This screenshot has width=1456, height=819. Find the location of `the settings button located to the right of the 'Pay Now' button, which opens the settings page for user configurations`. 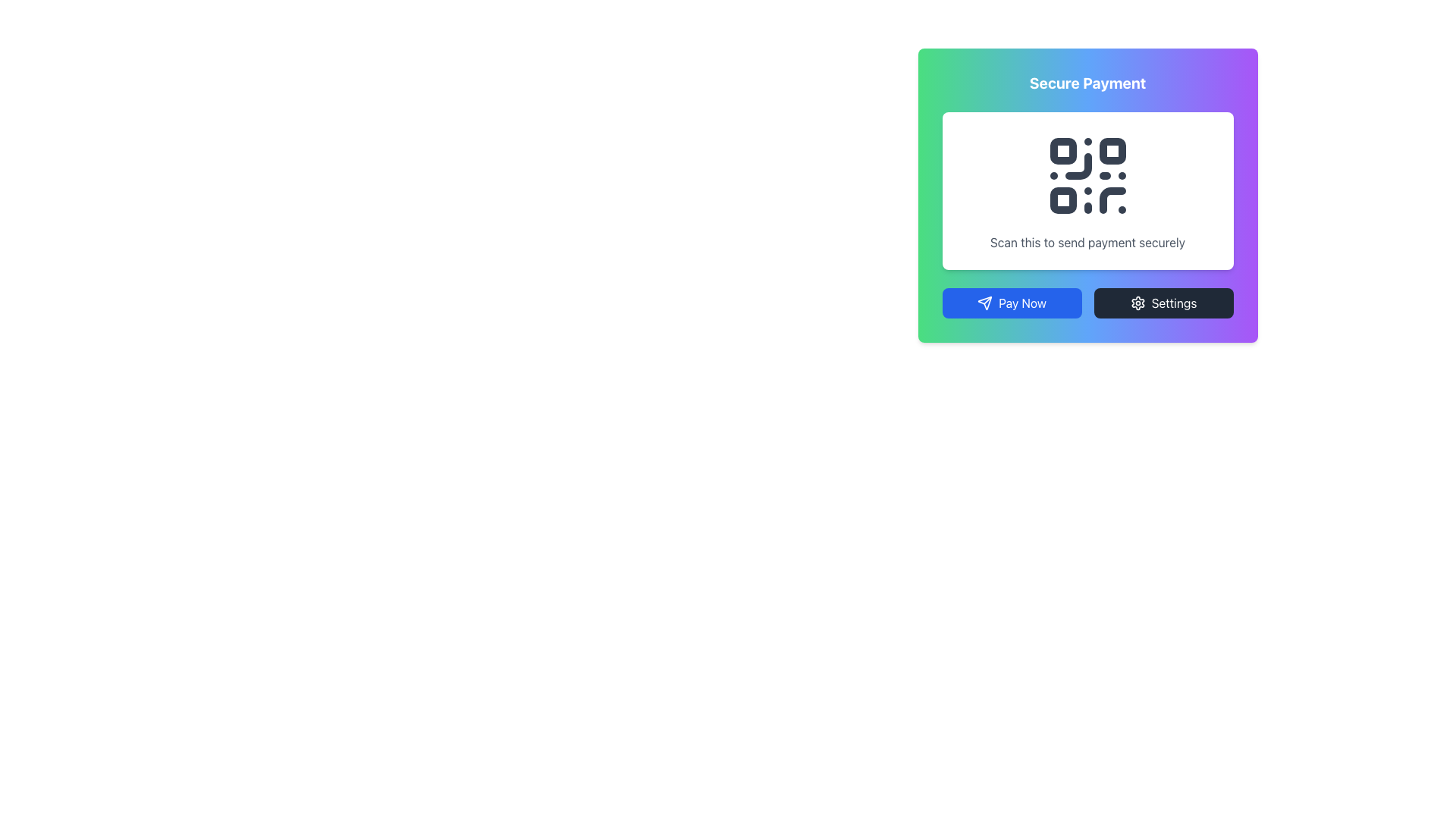

the settings button located to the right of the 'Pay Now' button, which opens the settings page for user configurations is located at coordinates (1163, 303).